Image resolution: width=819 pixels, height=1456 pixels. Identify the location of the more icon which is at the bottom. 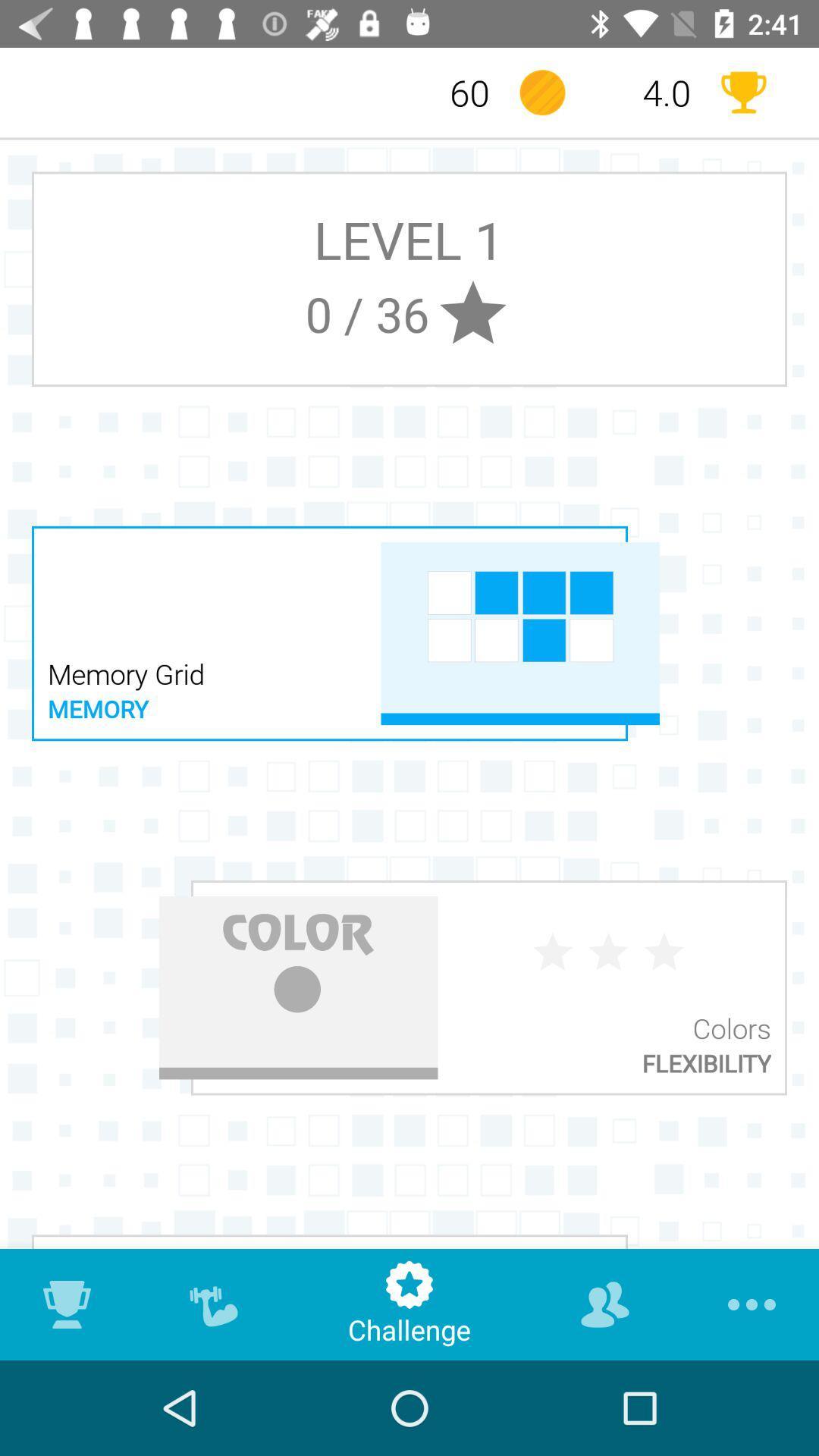
(748, 1304).